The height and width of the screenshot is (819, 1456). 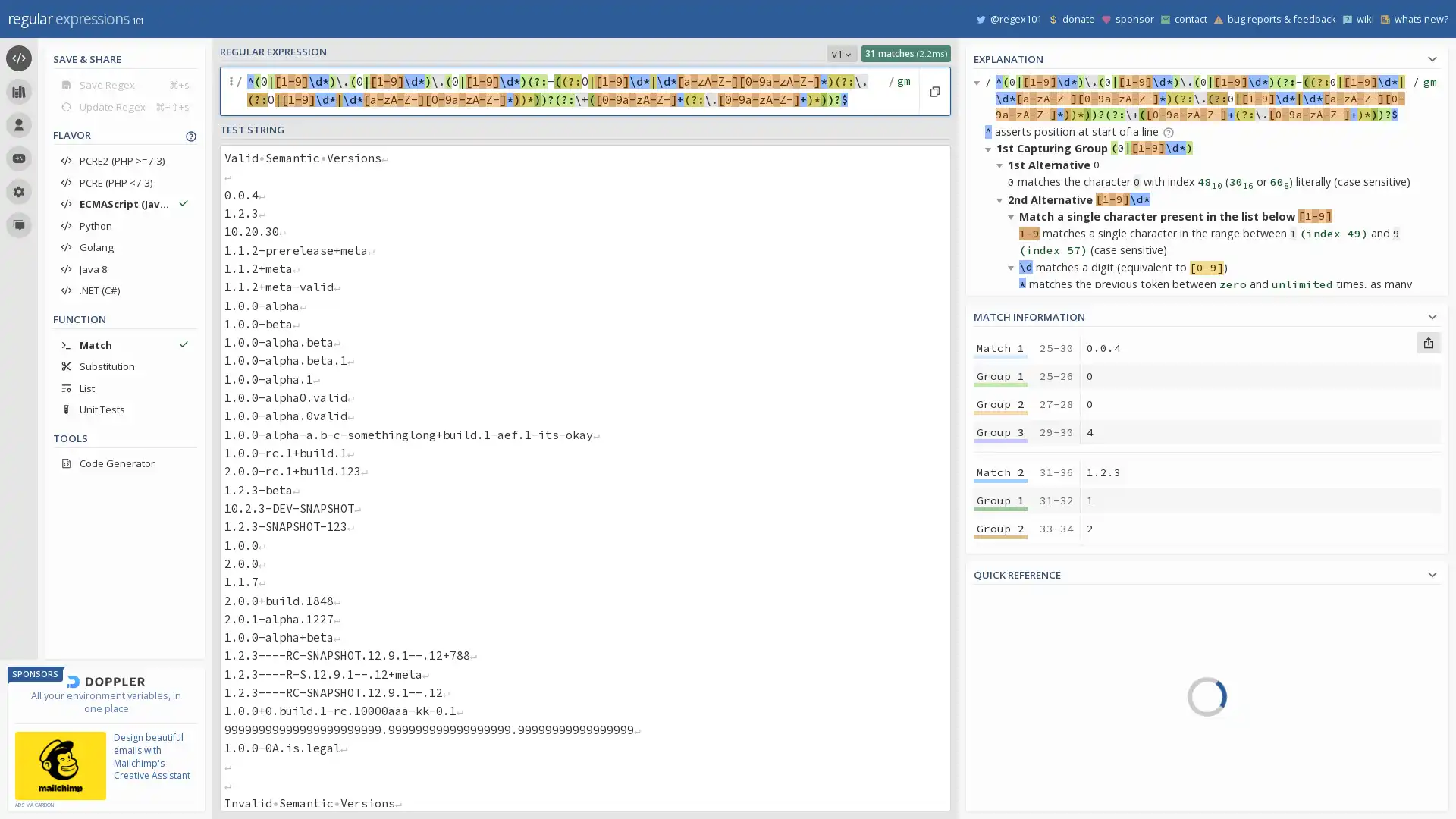 What do you see at coordinates (1013, 593) in the screenshot?
I see `Collapse Subtree` at bounding box center [1013, 593].